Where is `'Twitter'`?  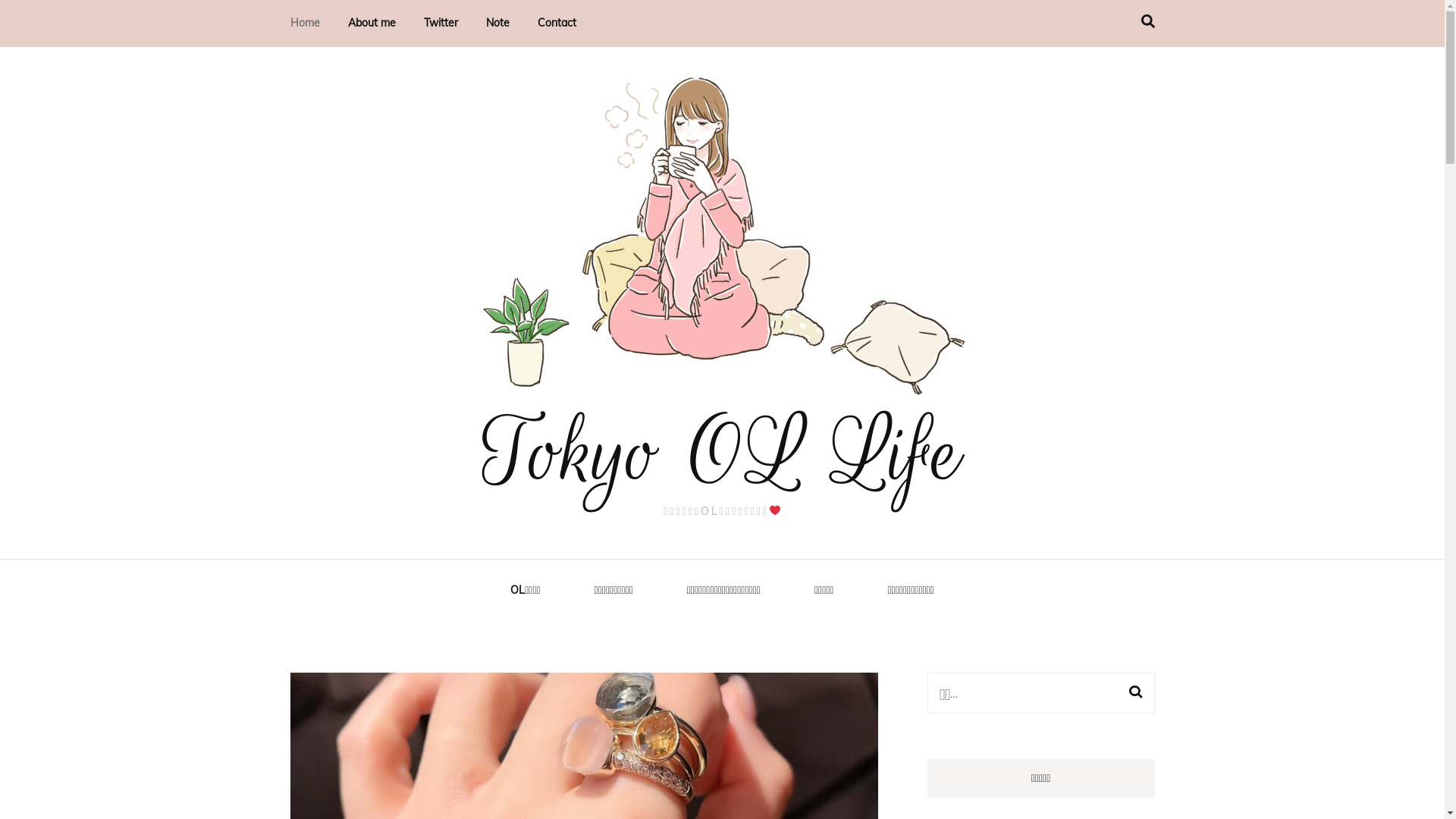
'Twitter' is located at coordinates (439, 23).